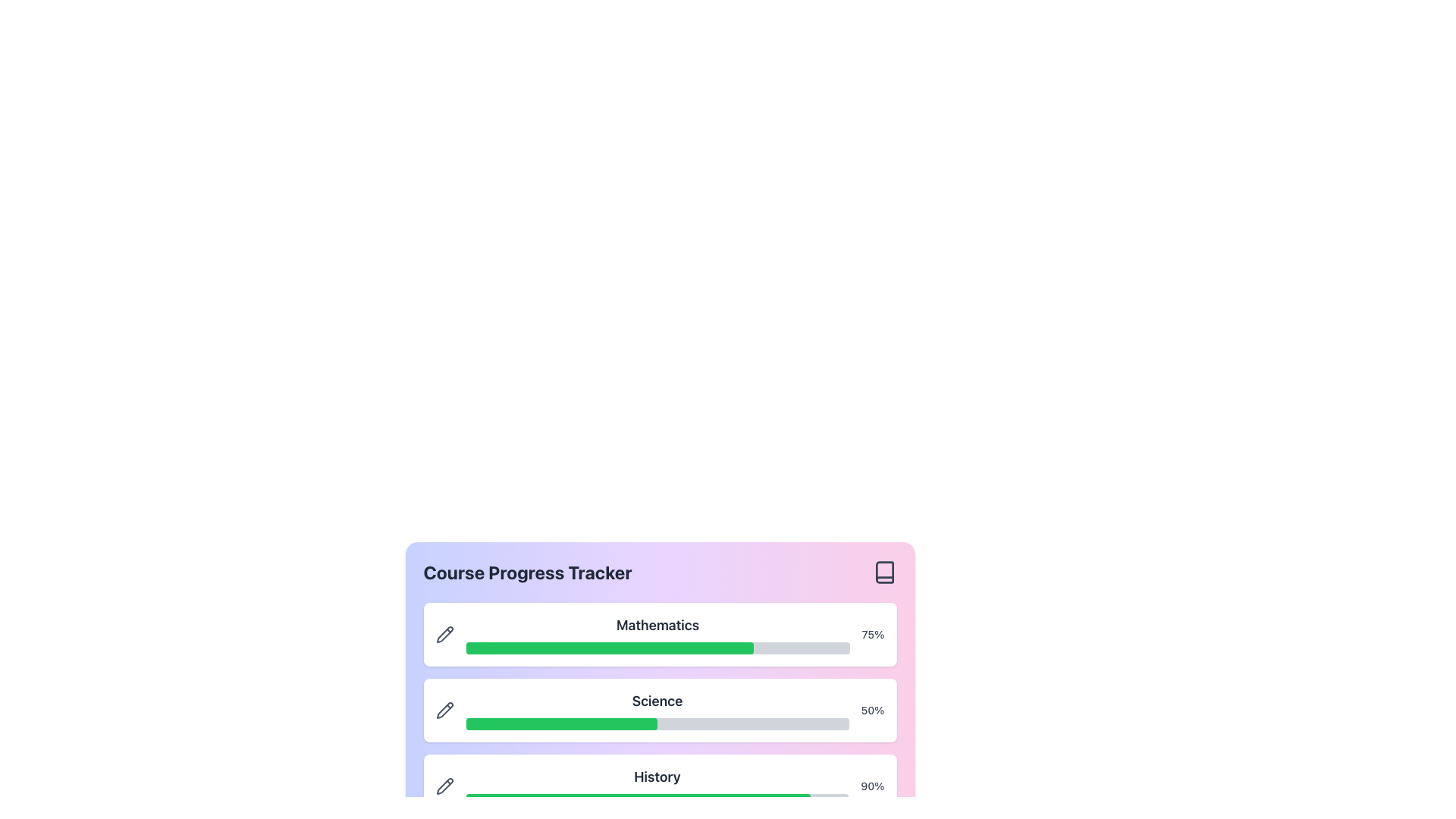 This screenshot has height=819, width=1456. I want to click on the pencil icon button located at the beginning of the 'History' progress tracker row, so click(444, 786).